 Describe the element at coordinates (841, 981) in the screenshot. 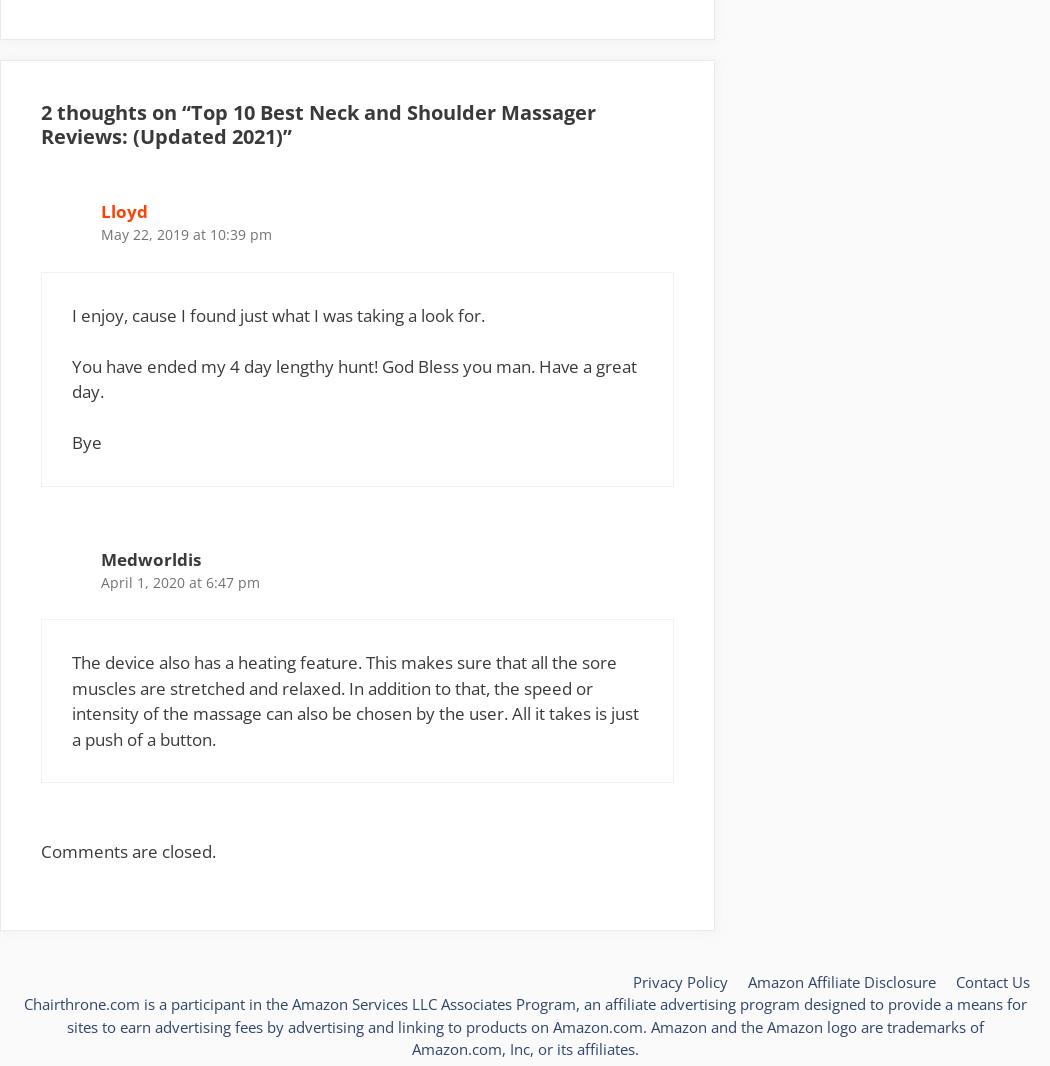

I see `'Amazon Affiliate Disclosure'` at that location.